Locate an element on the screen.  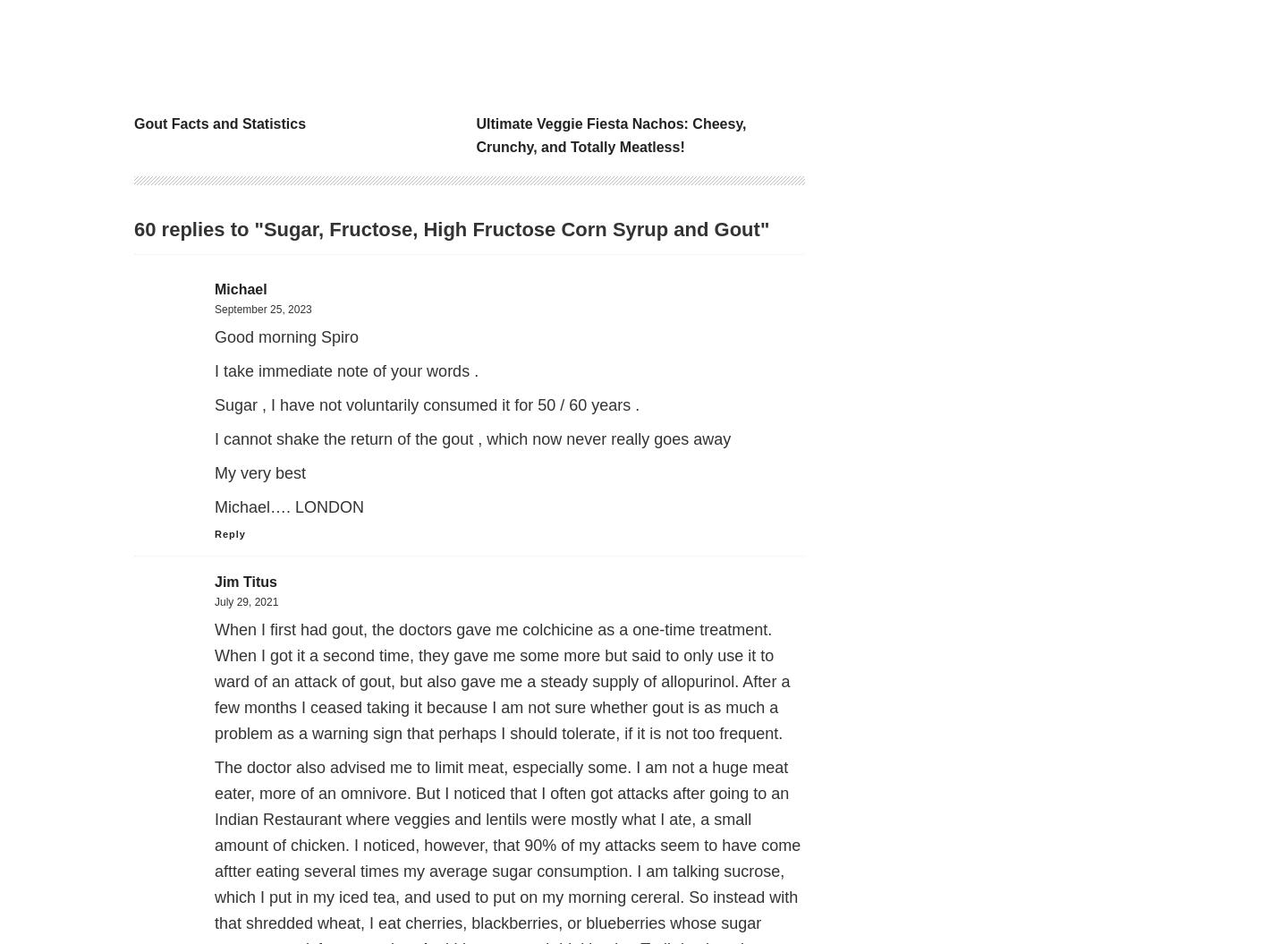
'Michael' is located at coordinates (239, 288).